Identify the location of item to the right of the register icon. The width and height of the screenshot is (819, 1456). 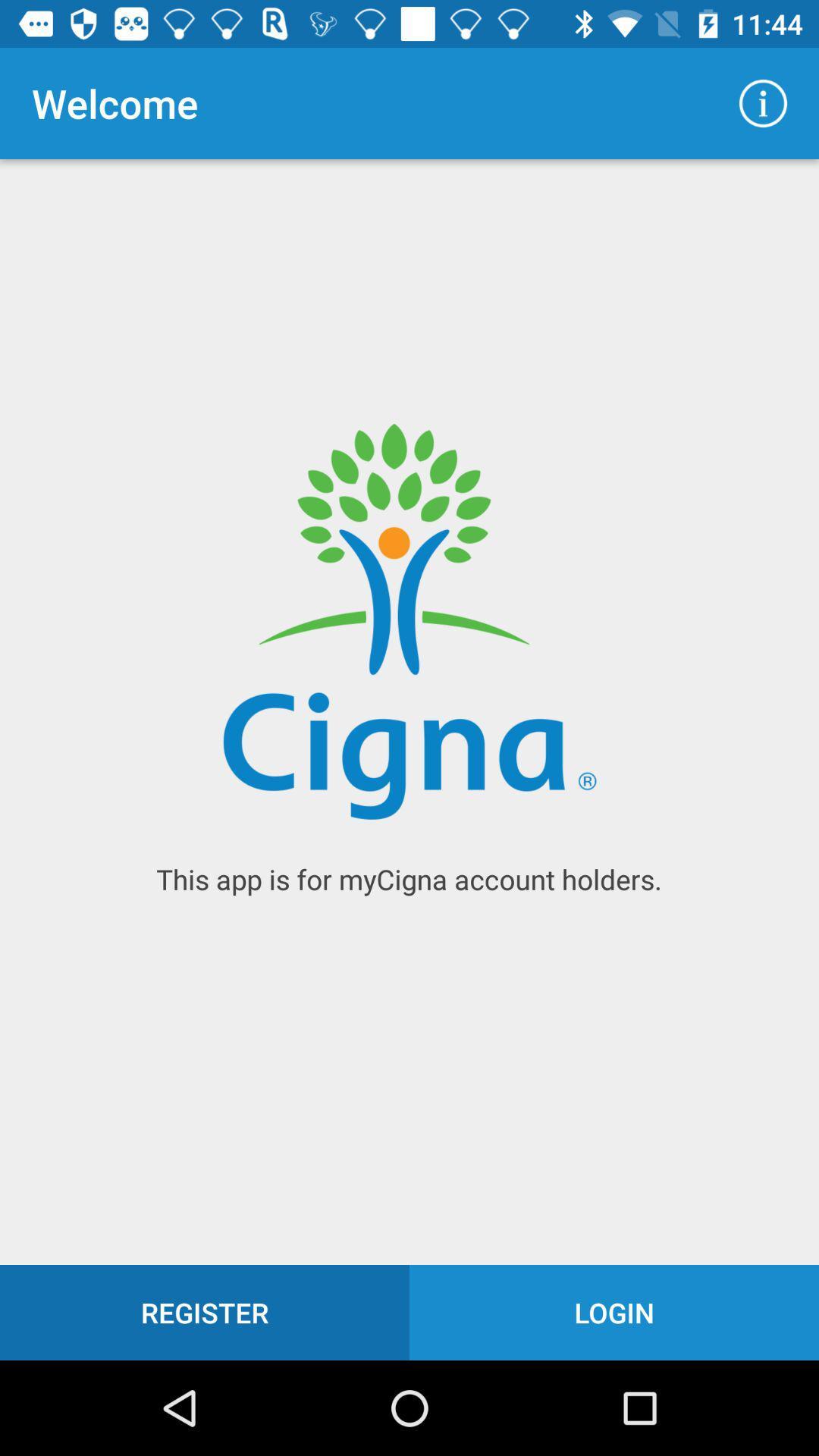
(614, 1312).